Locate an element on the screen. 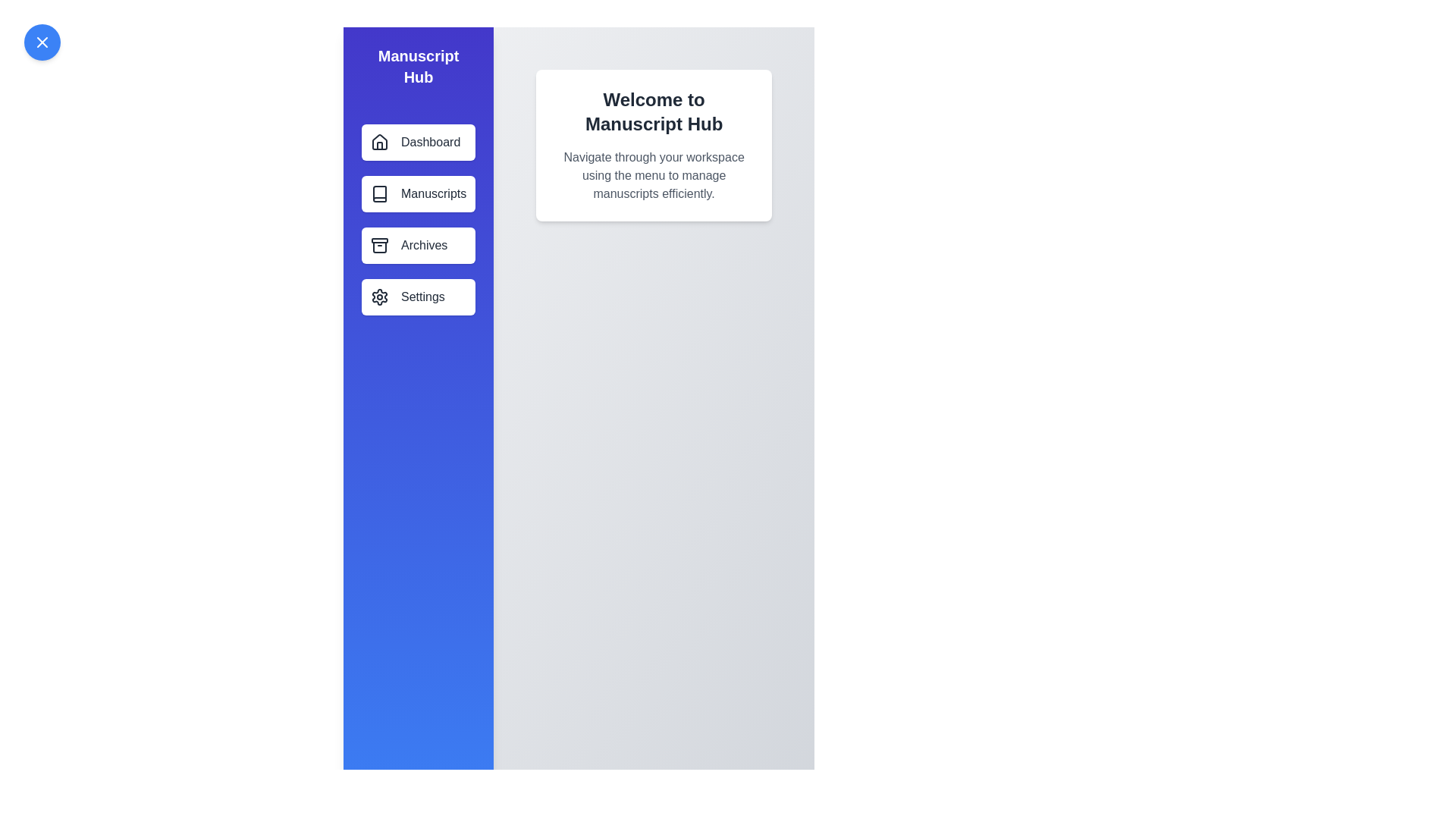  the menu item labeled Archives is located at coordinates (419, 245).